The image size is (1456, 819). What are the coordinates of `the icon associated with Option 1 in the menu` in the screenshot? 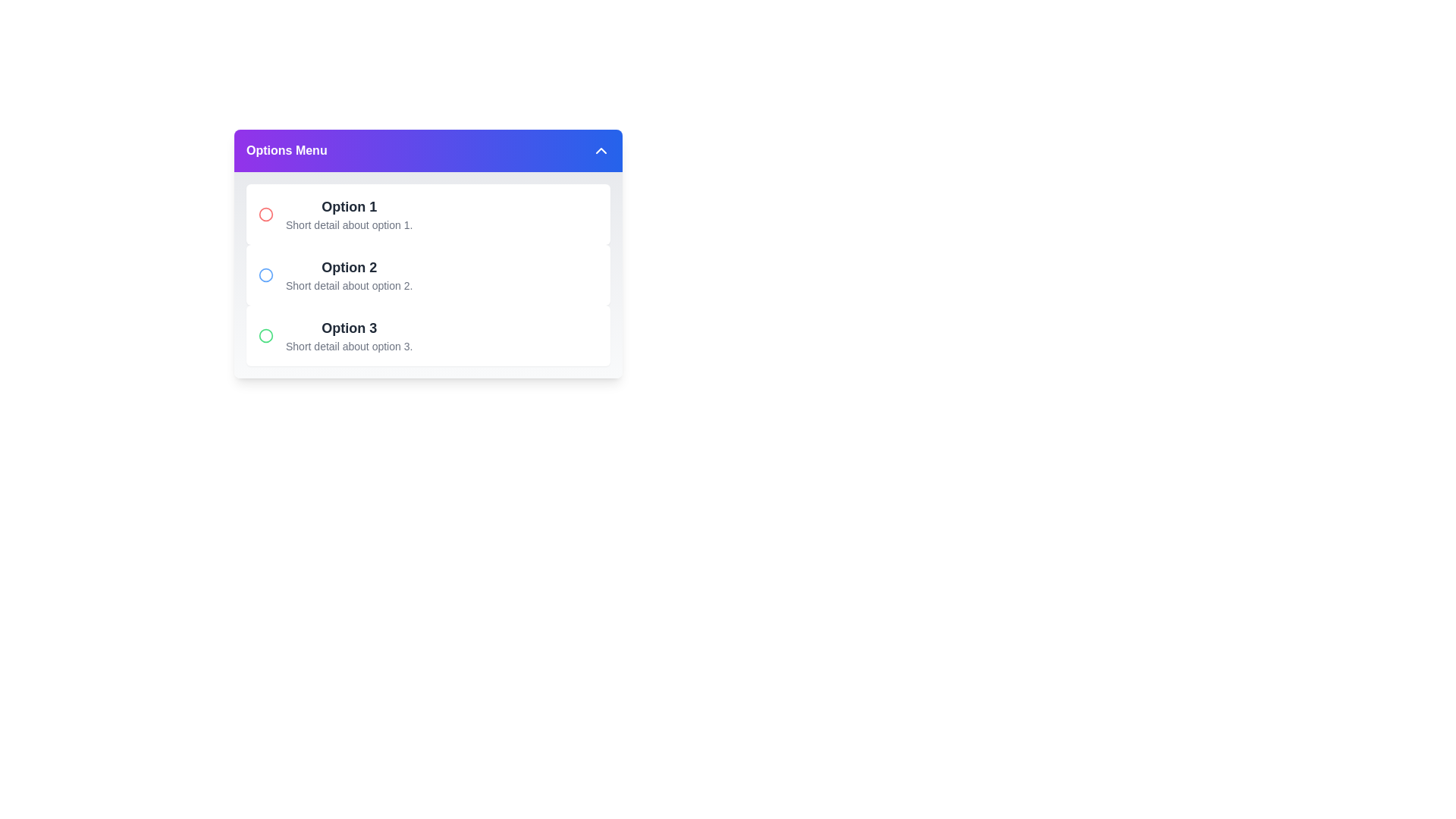 It's located at (265, 214).